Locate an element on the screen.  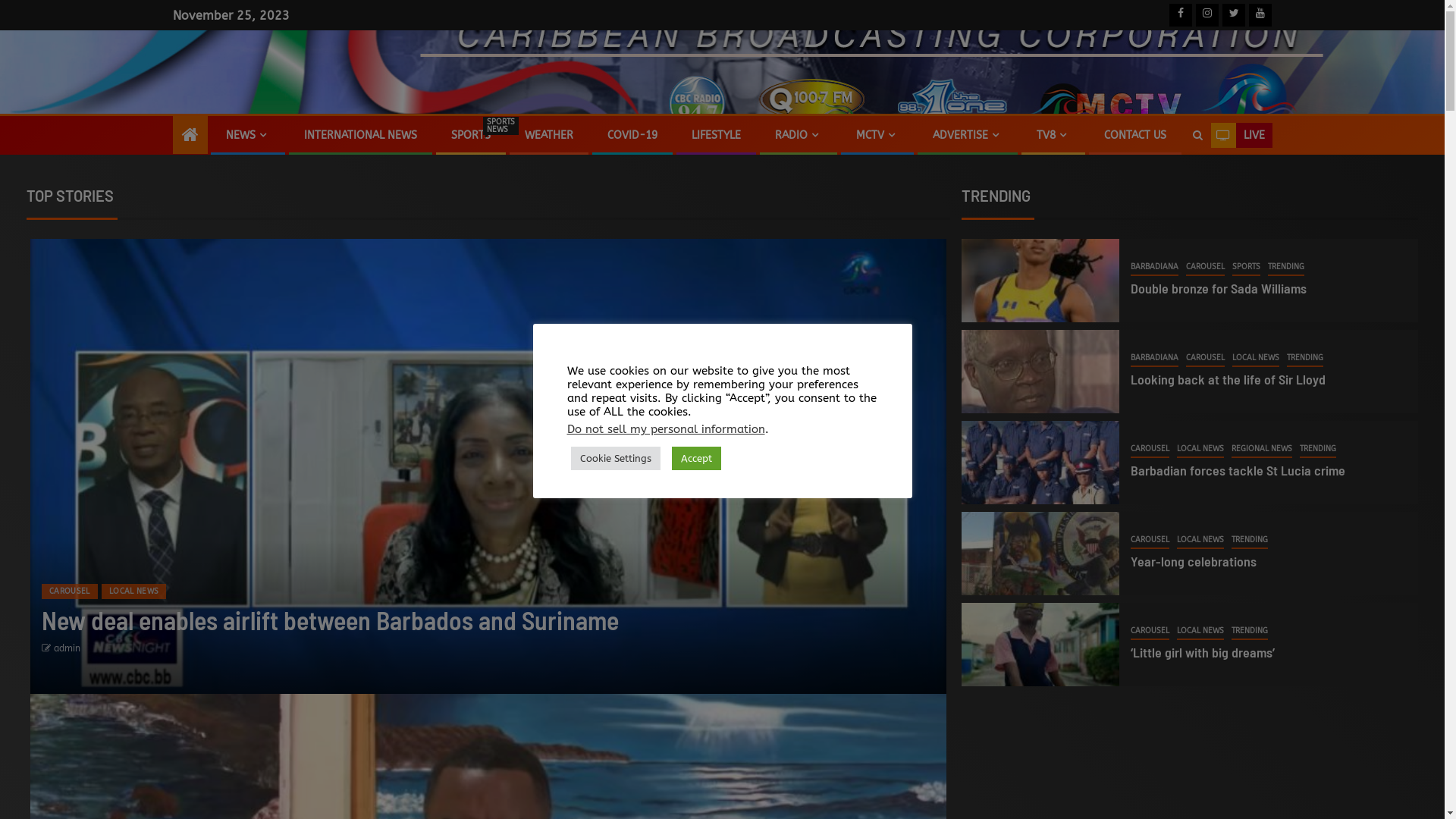
'LIFESTYLE' is located at coordinates (715, 134).